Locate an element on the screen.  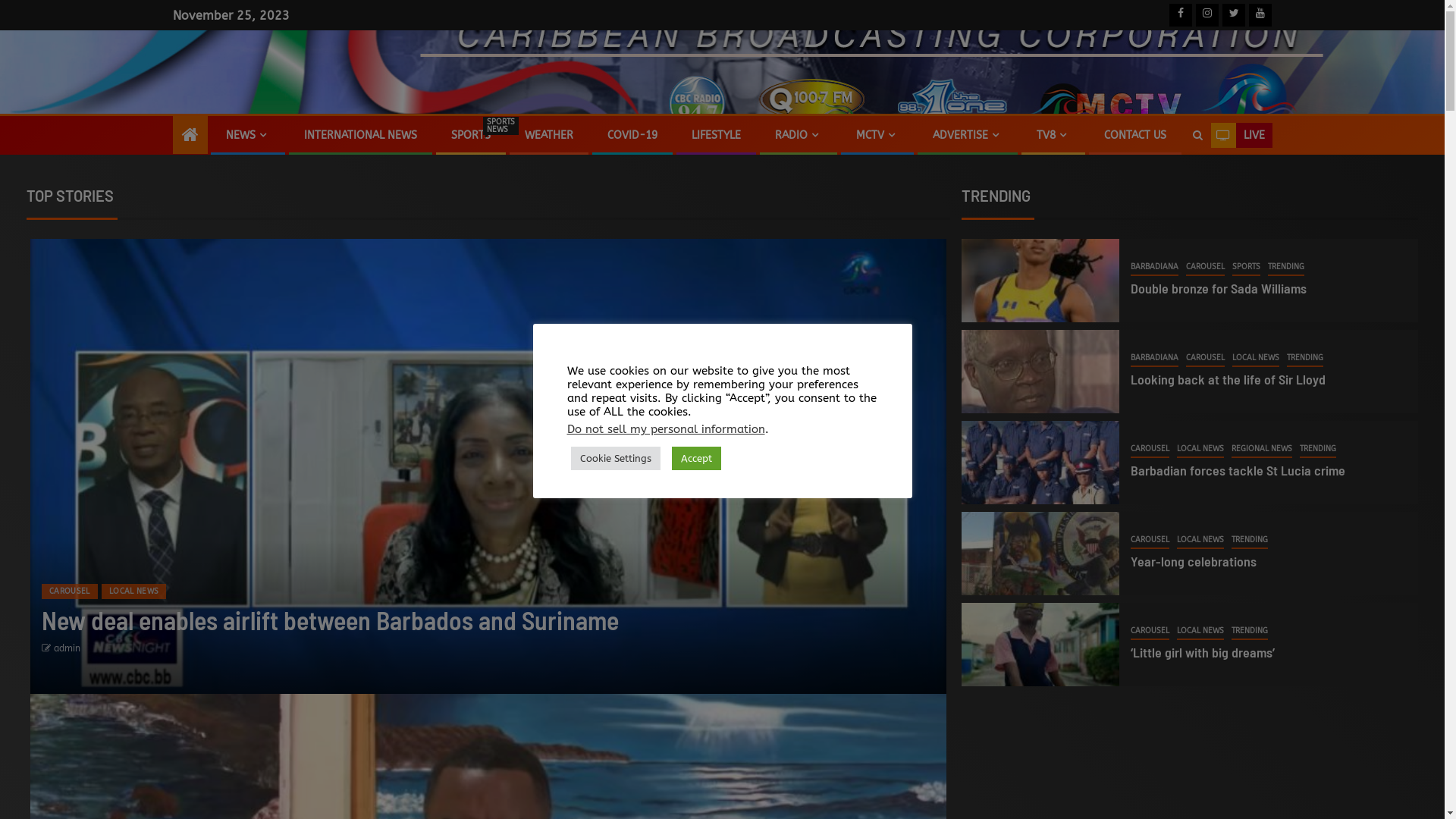
'LIFESTYLE' is located at coordinates (715, 134).